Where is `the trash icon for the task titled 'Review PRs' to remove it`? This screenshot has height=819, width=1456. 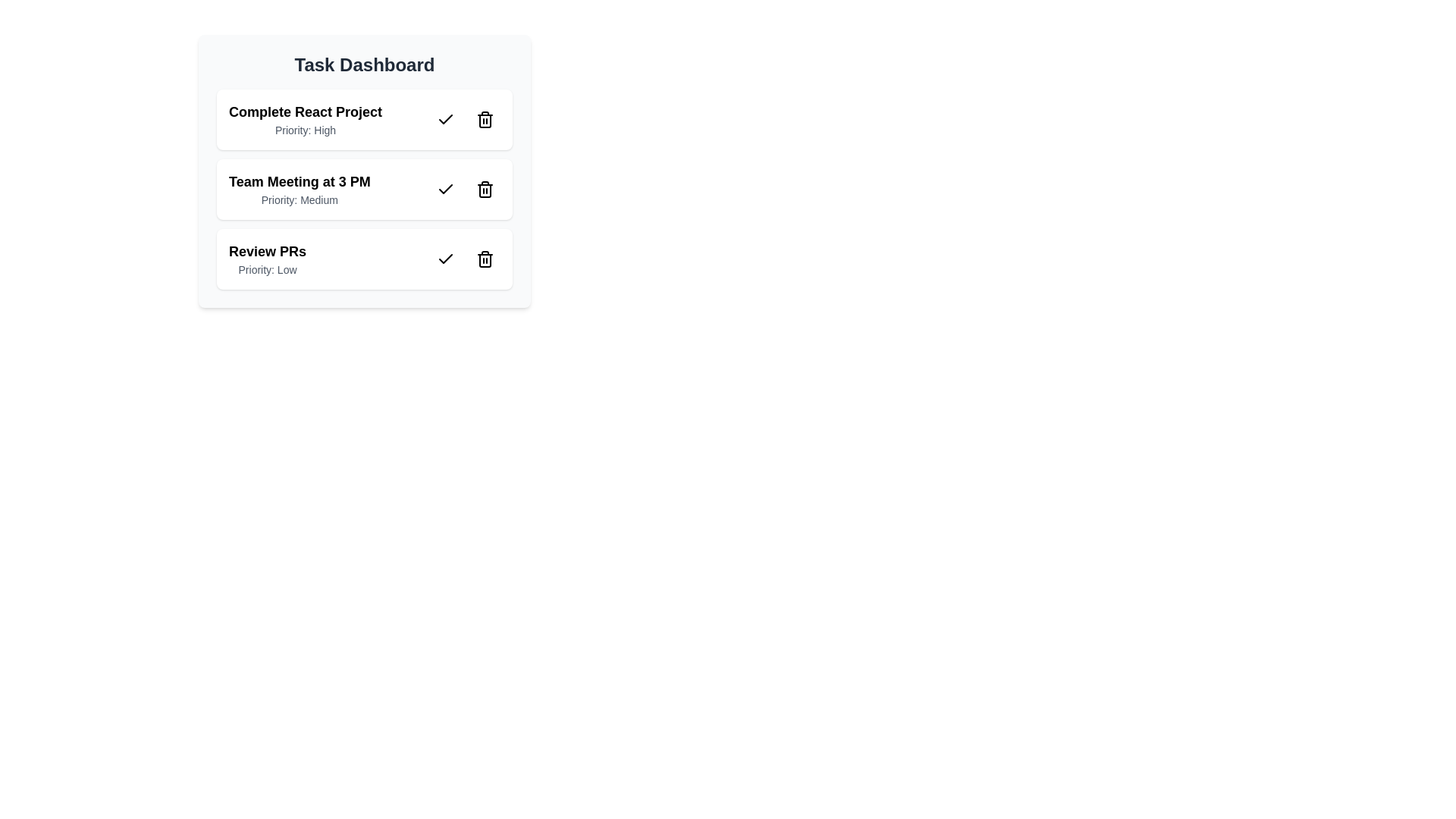 the trash icon for the task titled 'Review PRs' to remove it is located at coordinates (484, 259).